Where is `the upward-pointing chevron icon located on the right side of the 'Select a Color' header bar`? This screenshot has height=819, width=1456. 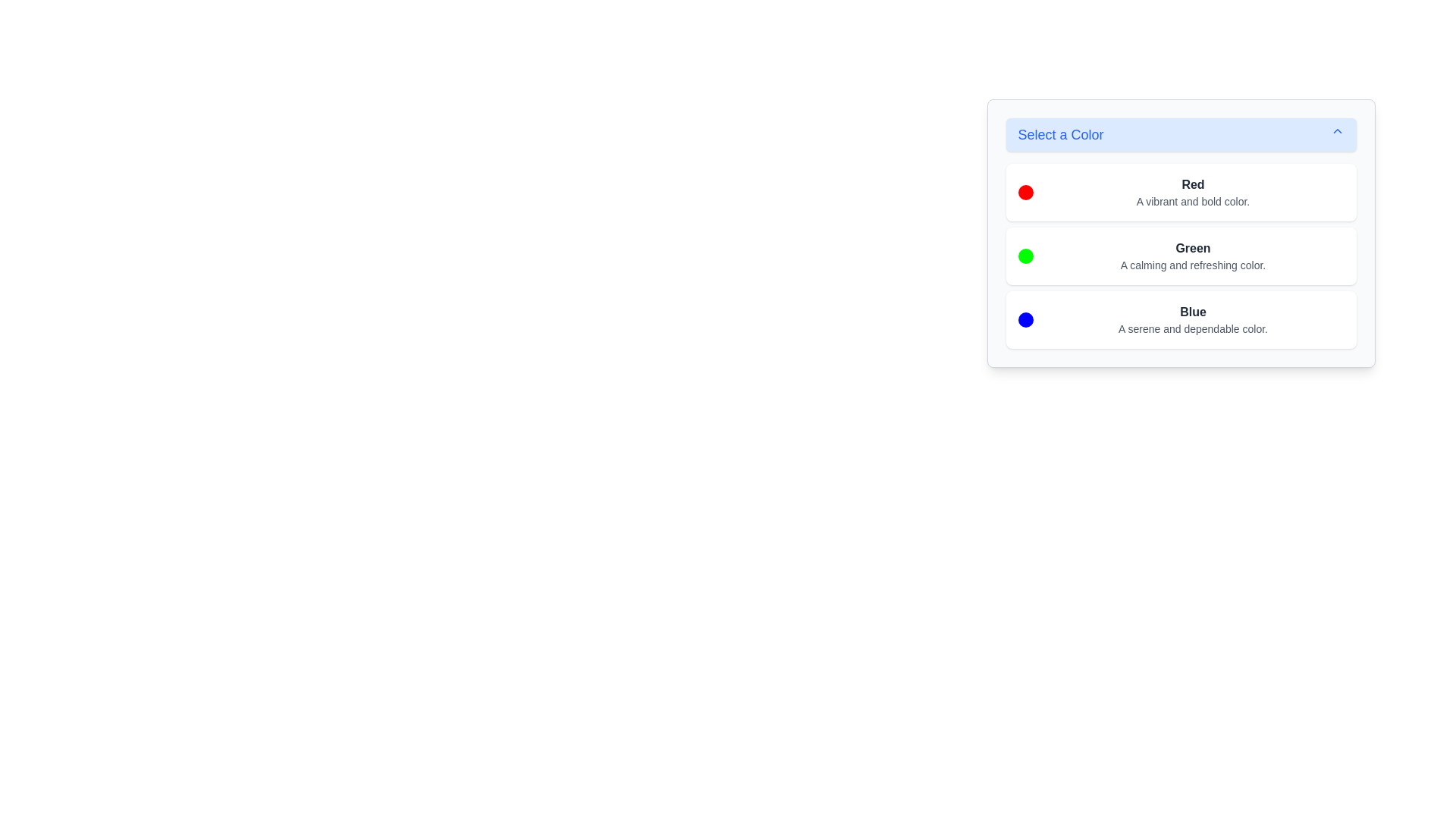 the upward-pointing chevron icon located on the right side of the 'Select a Color' header bar is located at coordinates (1337, 130).